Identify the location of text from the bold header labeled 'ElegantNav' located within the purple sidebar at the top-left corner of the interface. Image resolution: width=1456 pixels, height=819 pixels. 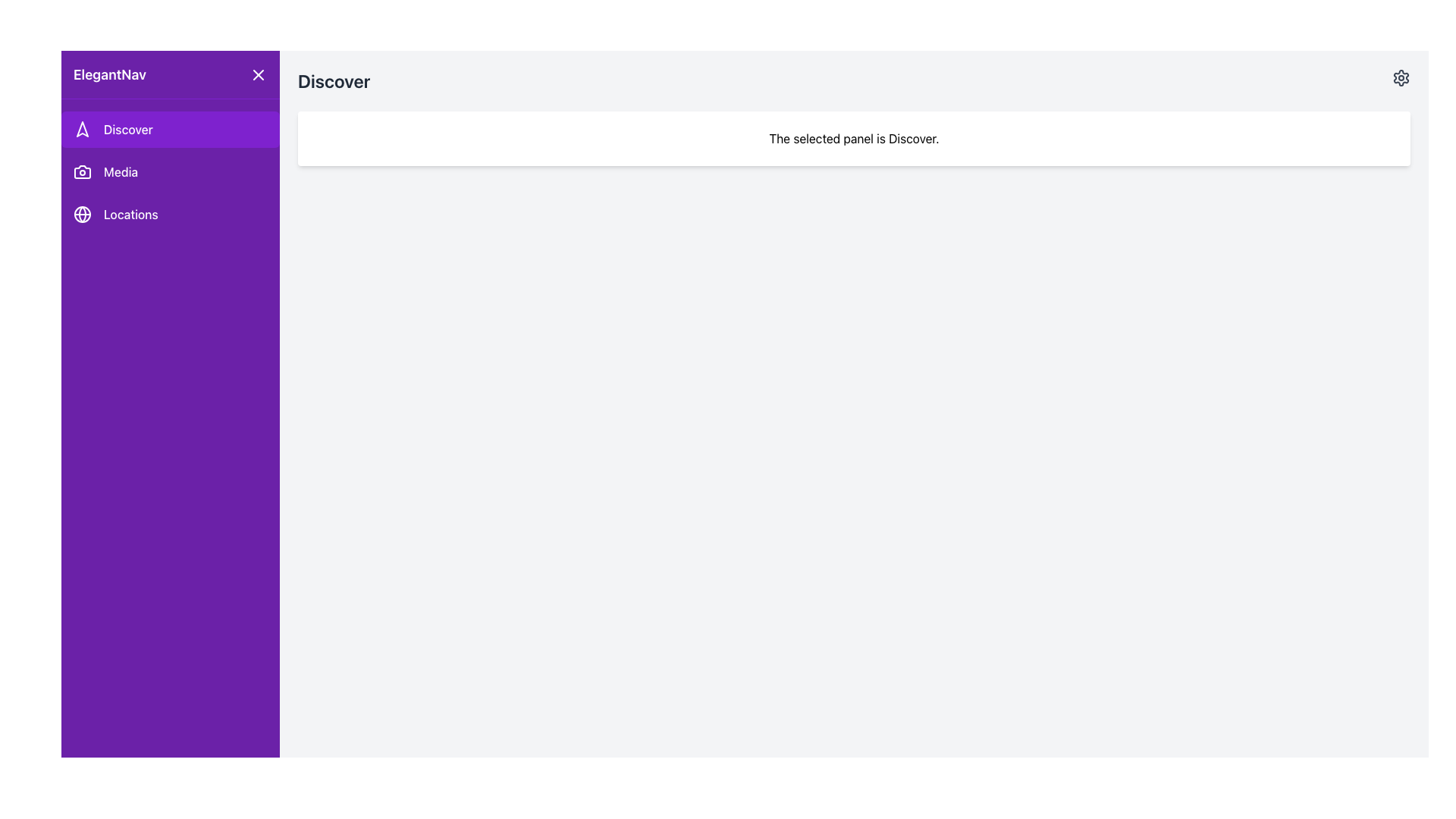
(108, 74).